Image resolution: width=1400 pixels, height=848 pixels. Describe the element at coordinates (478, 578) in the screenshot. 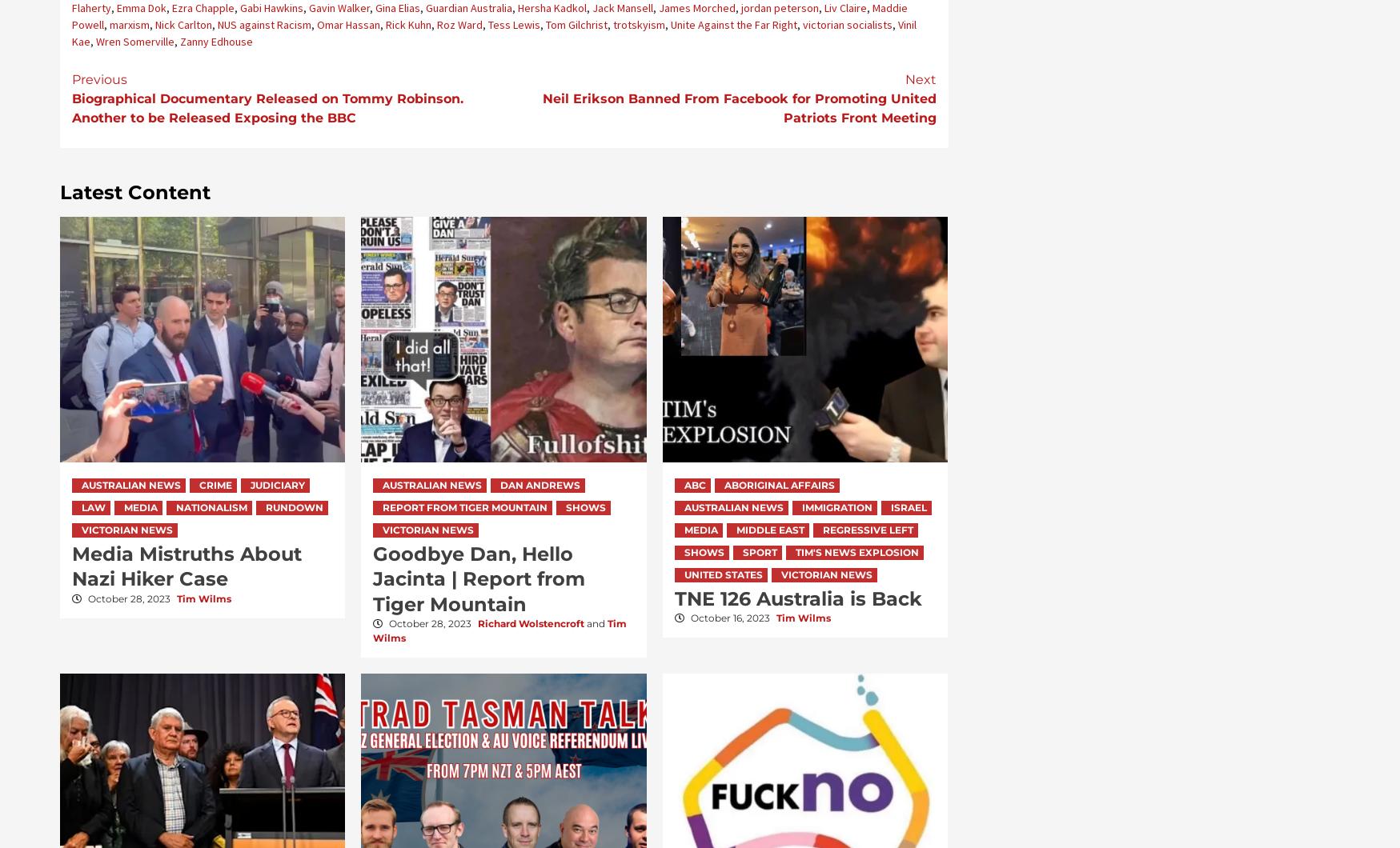

I see `'Goodbye Dan, Hello Jacinta | Report from Tiger Mountain'` at that location.